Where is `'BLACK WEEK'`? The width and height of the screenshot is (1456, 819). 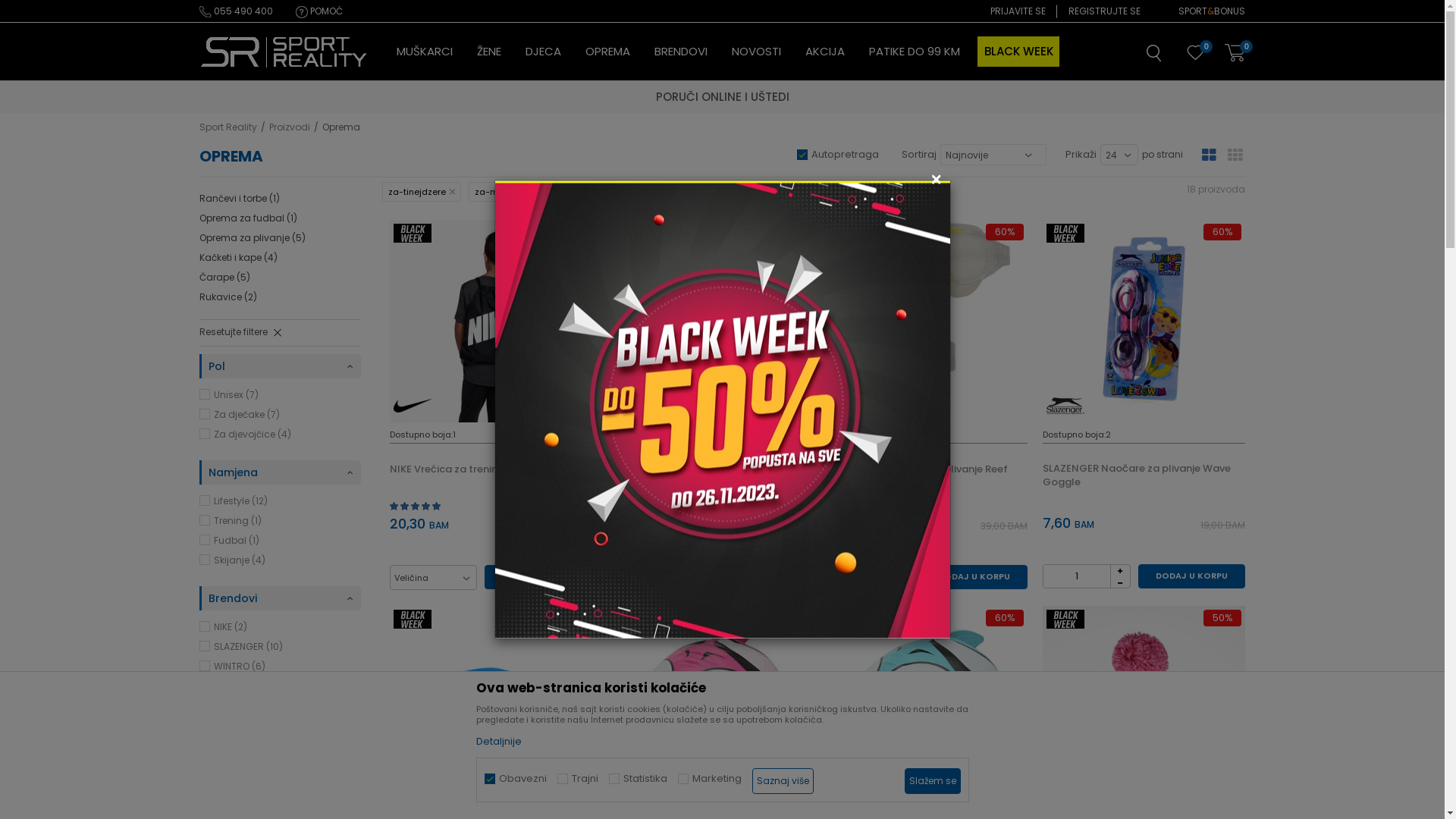
'BLACK WEEK' is located at coordinates (1018, 51).